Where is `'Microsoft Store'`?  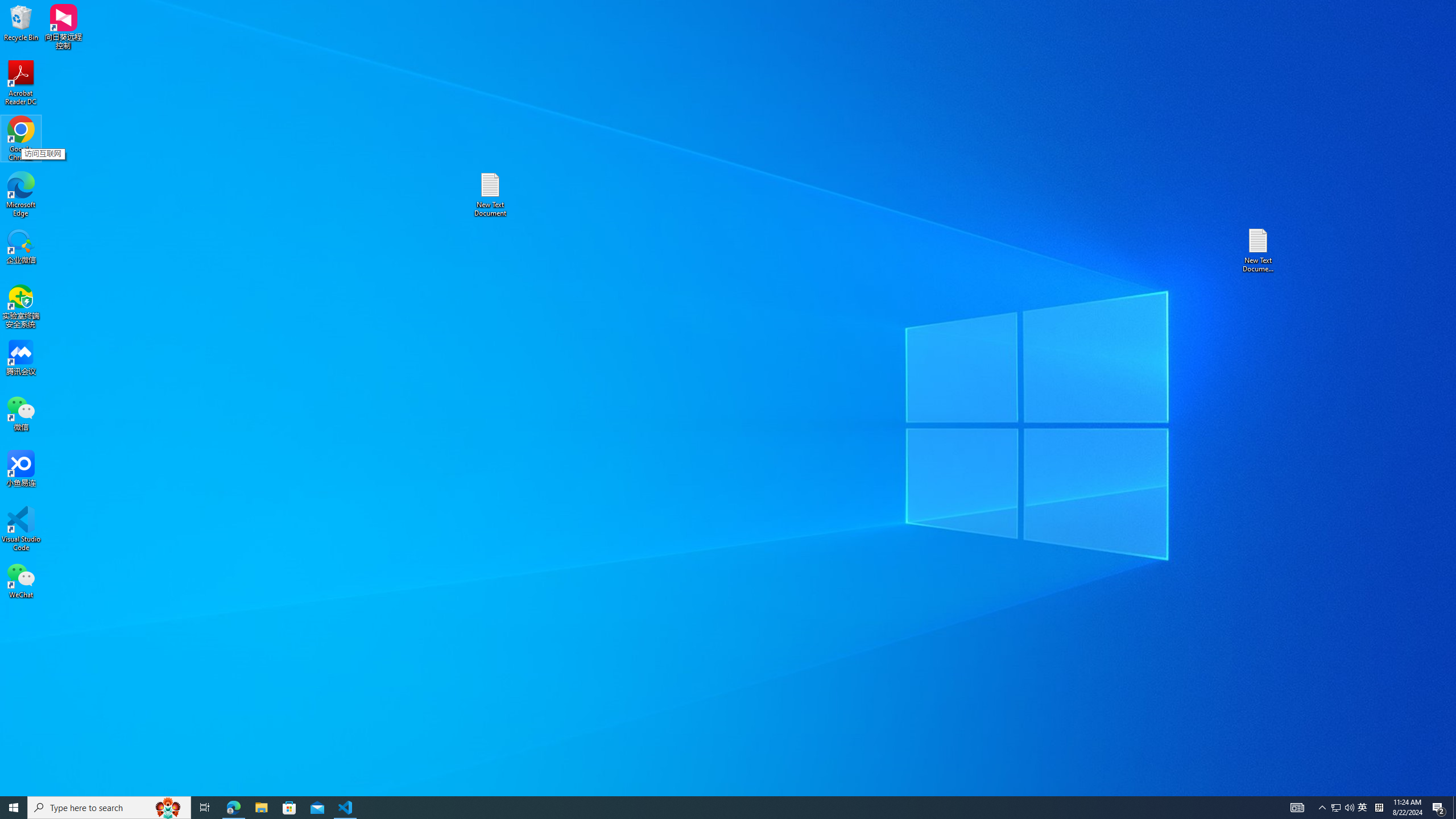 'Microsoft Store' is located at coordinates (289, 806).